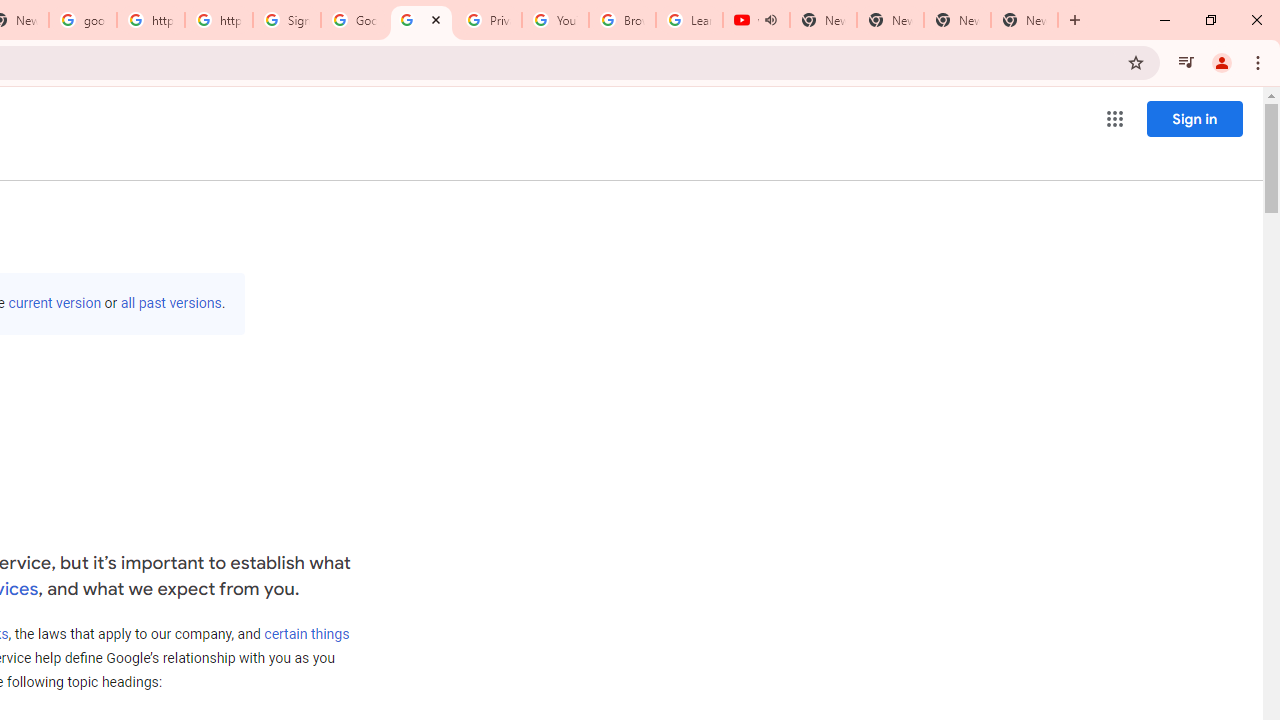 This screenshot has width=1280, height=720. Describe the element at coordinates (150, 20) in the screenshot. I see `'https://scholar.google.com/'` at that location.